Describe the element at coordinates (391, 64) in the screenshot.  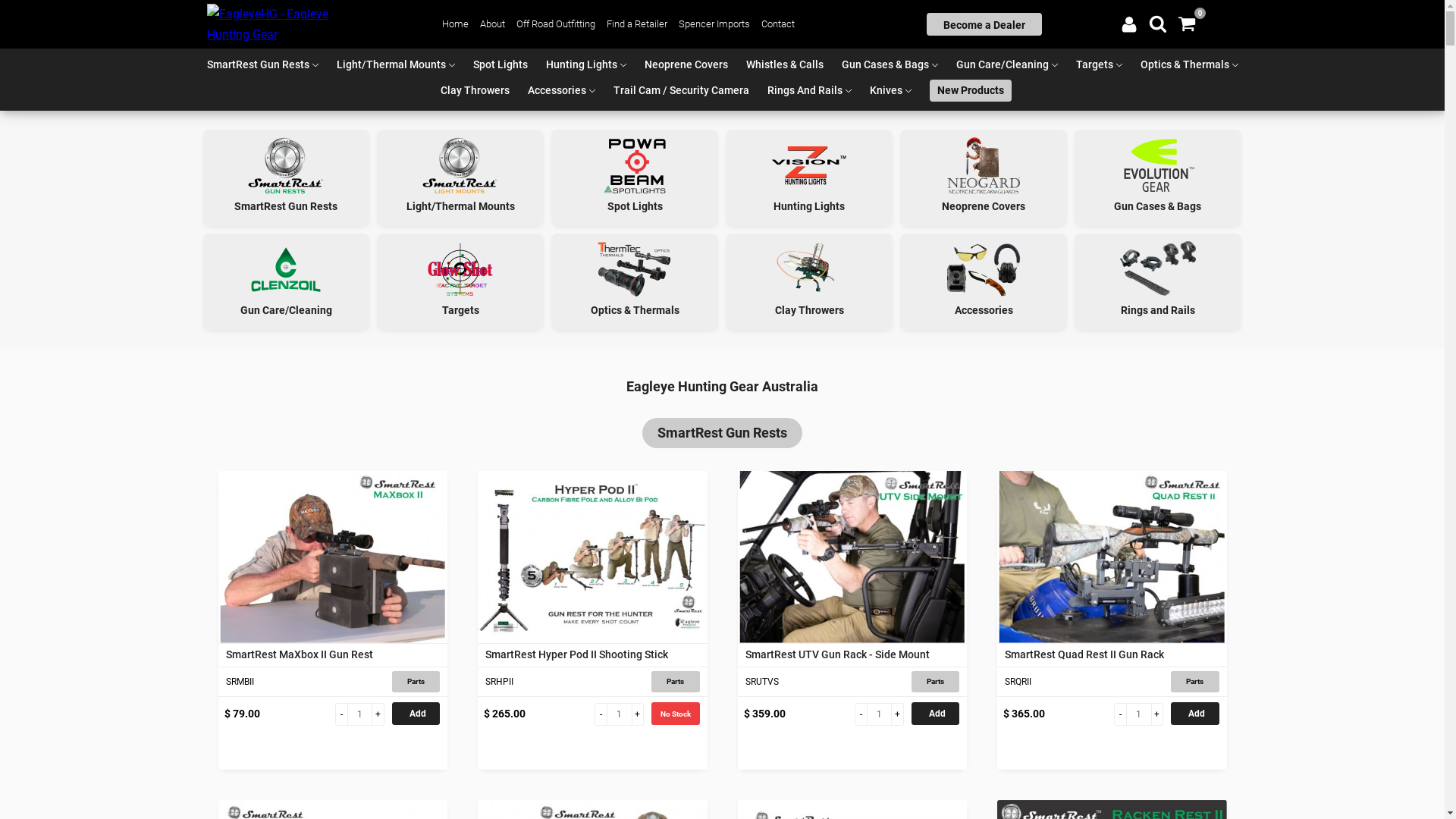
I see `'Light/Thermal Mounts'` at that location.